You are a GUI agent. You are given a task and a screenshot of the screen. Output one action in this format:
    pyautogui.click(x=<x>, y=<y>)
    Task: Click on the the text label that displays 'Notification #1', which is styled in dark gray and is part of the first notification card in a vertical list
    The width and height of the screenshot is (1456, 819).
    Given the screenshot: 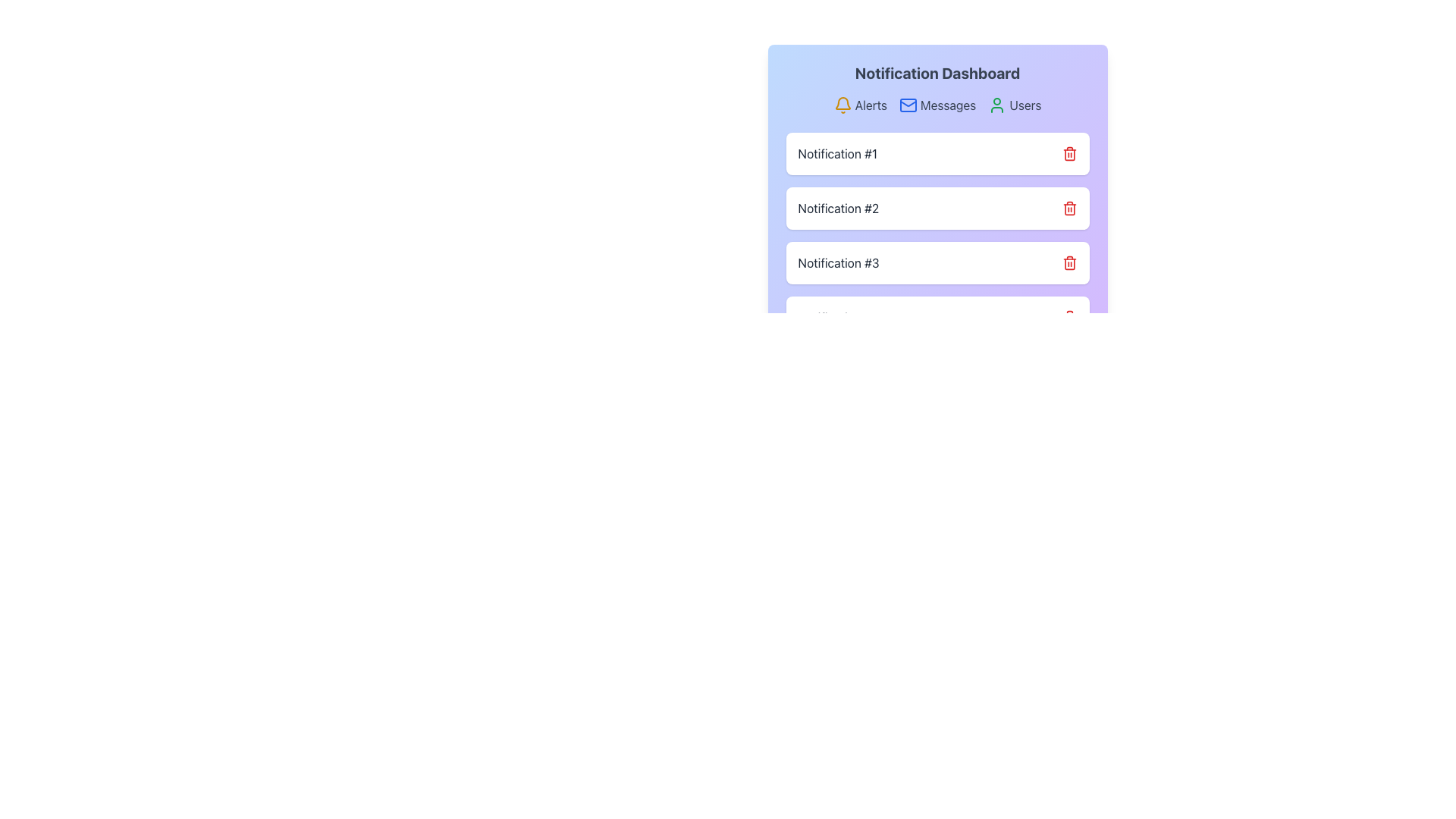 What is the action you would take?
    pyautogui.click(x=836, y=154)
    